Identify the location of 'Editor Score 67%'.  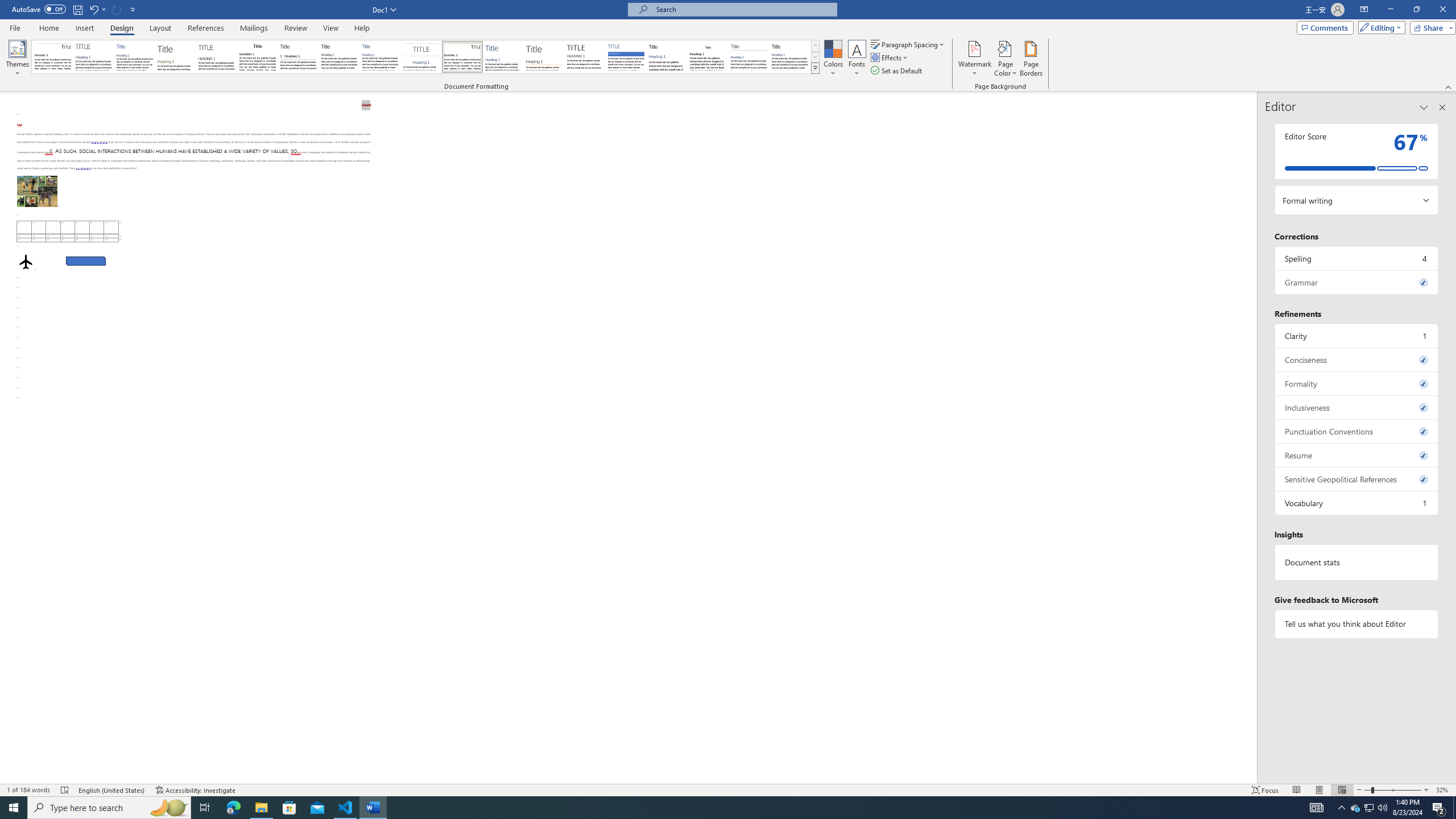
(1356, 151).